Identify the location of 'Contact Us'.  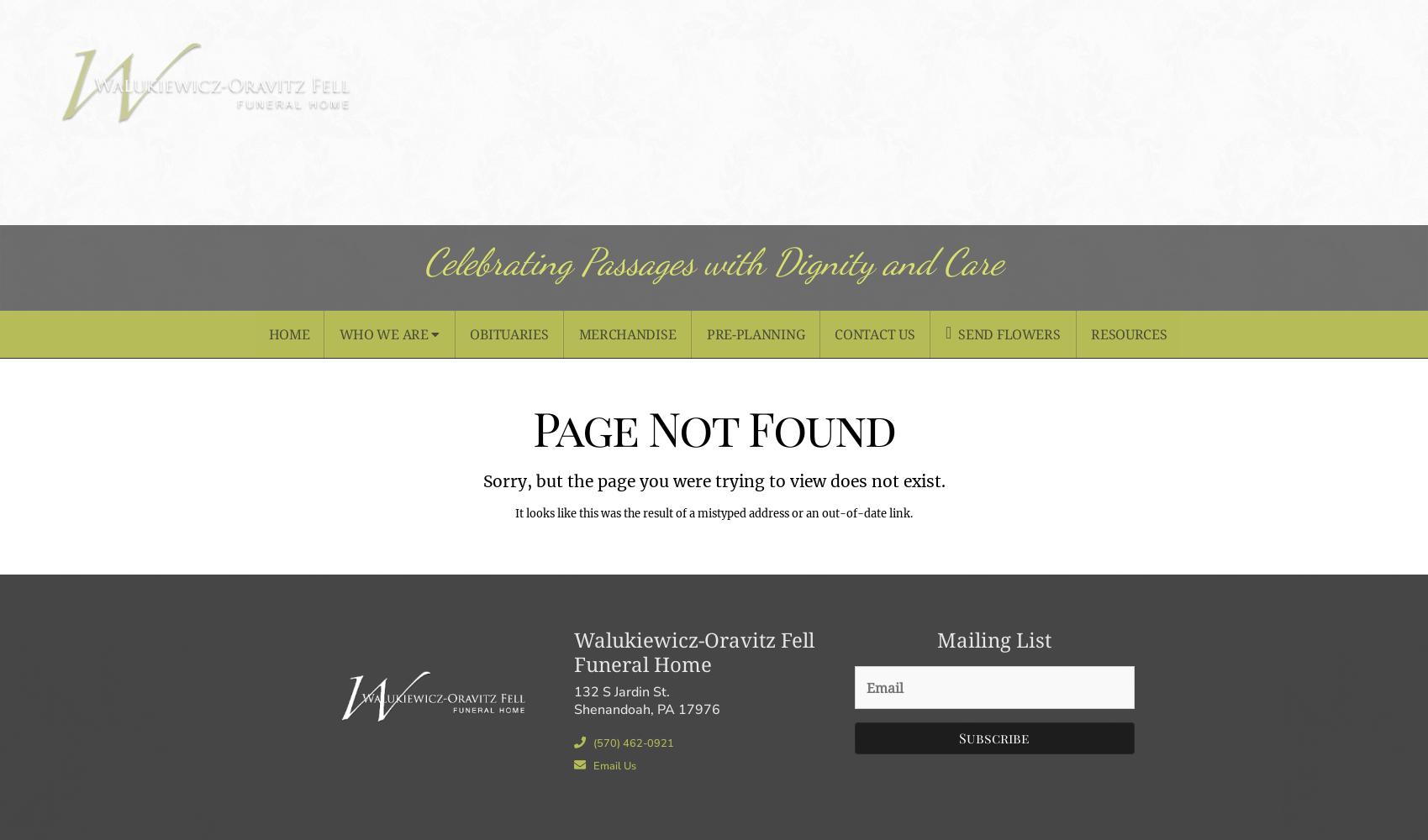
(873, 333).